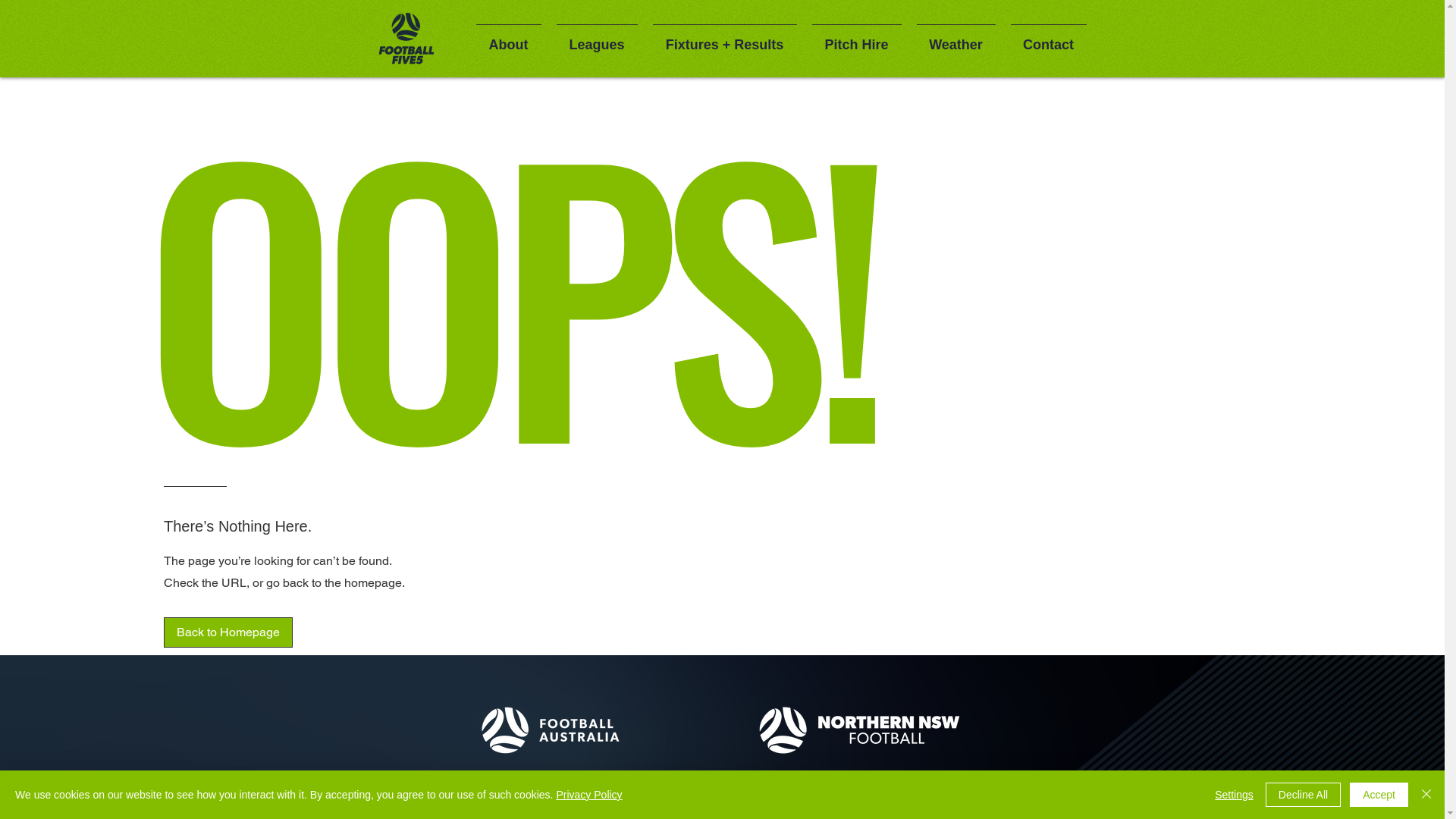 The width and height of the screenshot is (1456, 819). Describe the element at coordinates (596, 37) in the screenshot. I see `'Leagues'` at that location.